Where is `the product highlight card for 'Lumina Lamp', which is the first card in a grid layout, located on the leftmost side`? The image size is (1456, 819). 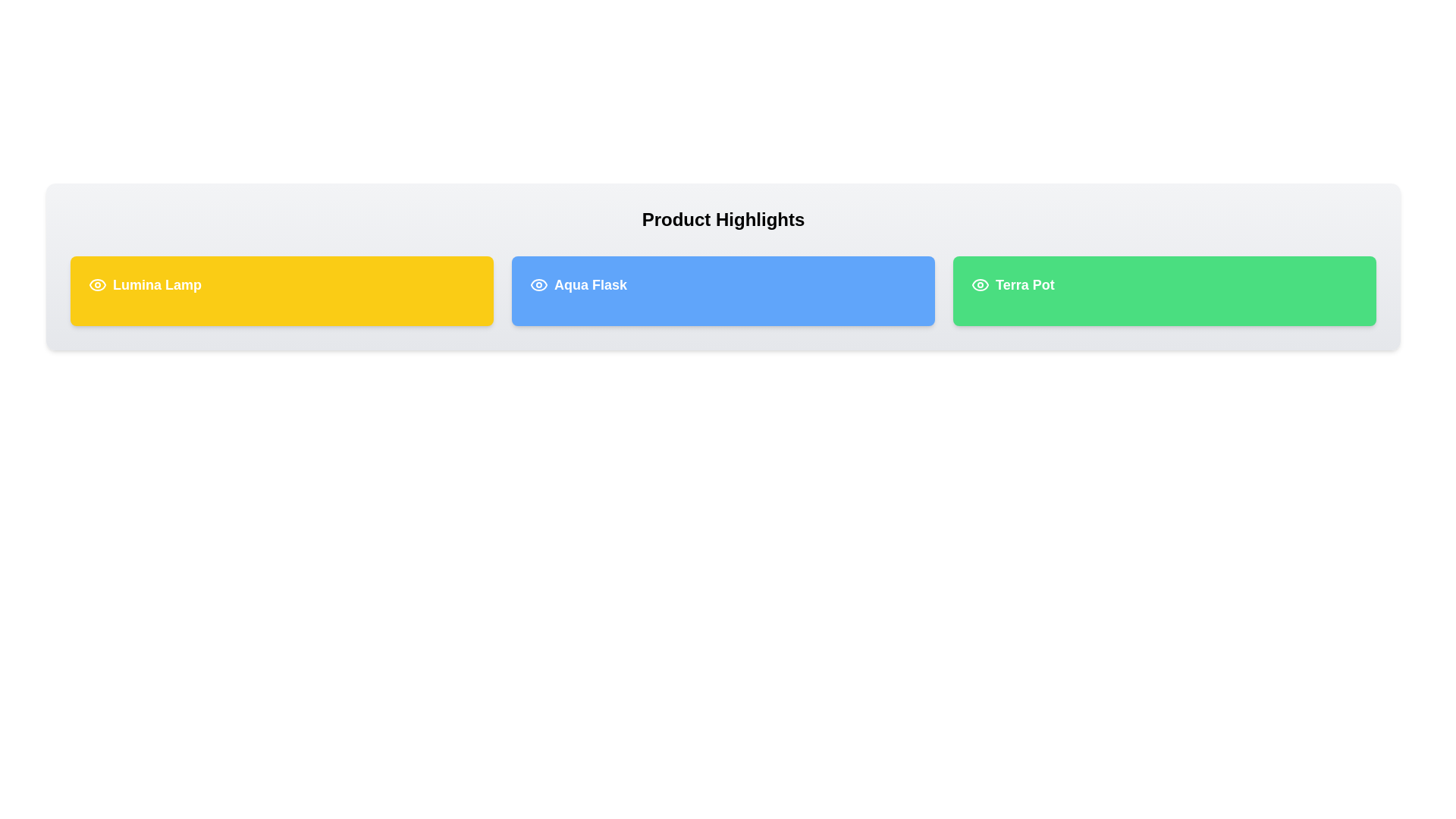 the product highlight card for 'Lumina Lamp', which is the first card in a grid layout, located on the leftmost side is located at coordinates (282, 291).